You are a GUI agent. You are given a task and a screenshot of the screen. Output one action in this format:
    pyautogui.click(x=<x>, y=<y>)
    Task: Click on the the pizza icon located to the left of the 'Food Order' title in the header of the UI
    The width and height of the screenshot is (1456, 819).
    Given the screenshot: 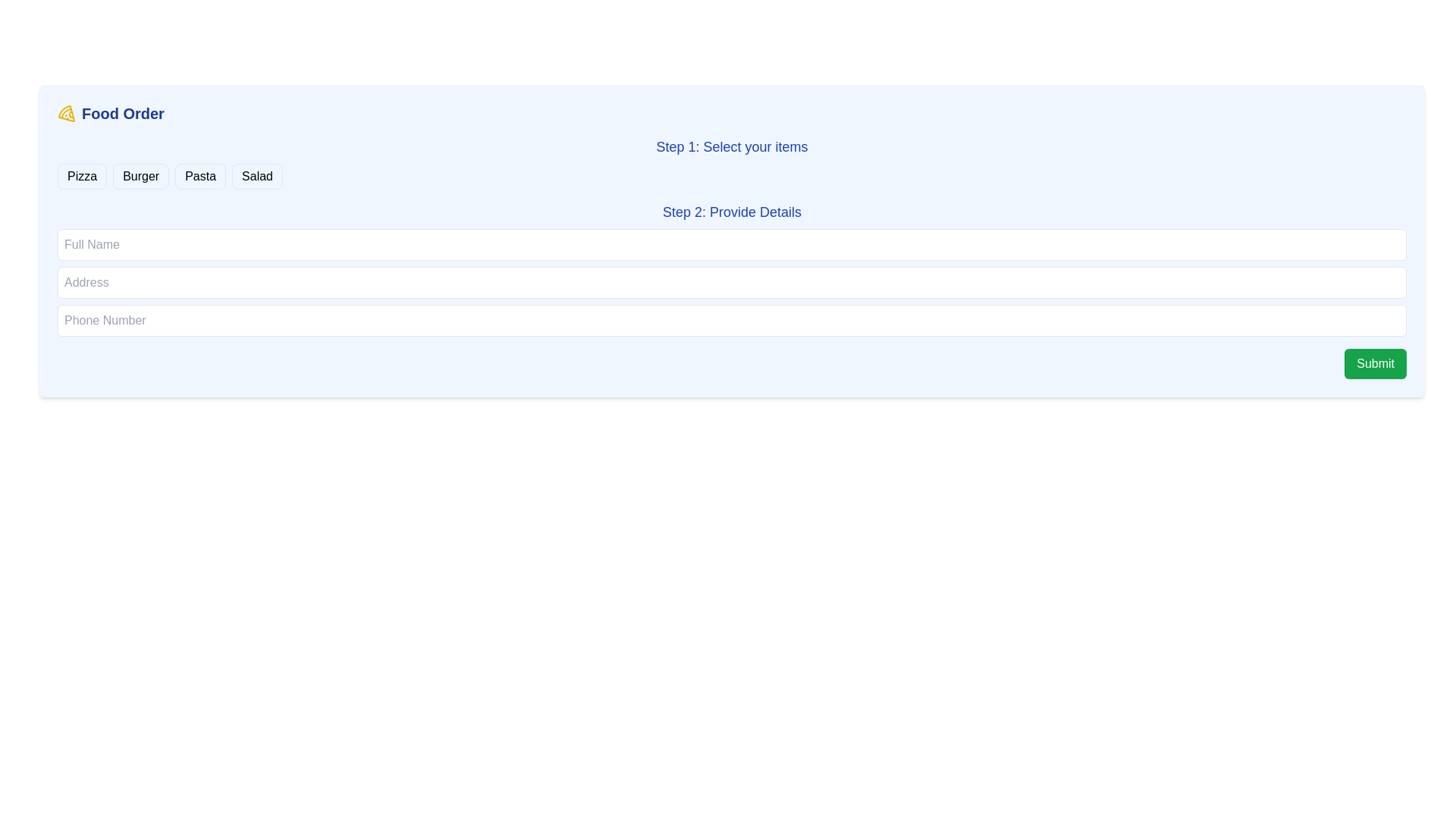 What is the action you would take?
    pyautogui.click(x=65, y=113)
    